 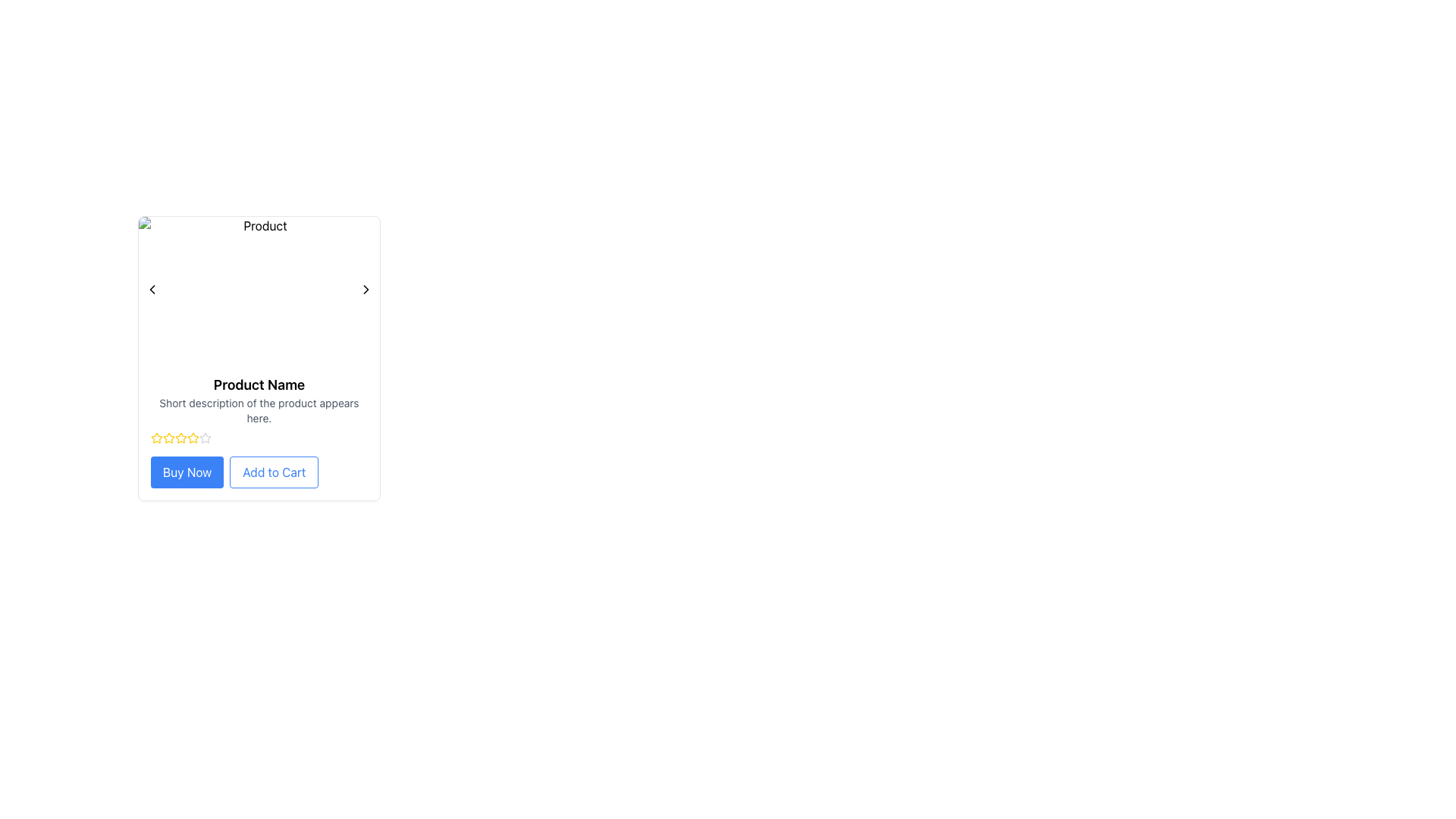 I want to click on the purchase button located in the lower-left section of the card component, which initiates the purchasing process, to observe potential hover effects, so click(x=187, y=472).